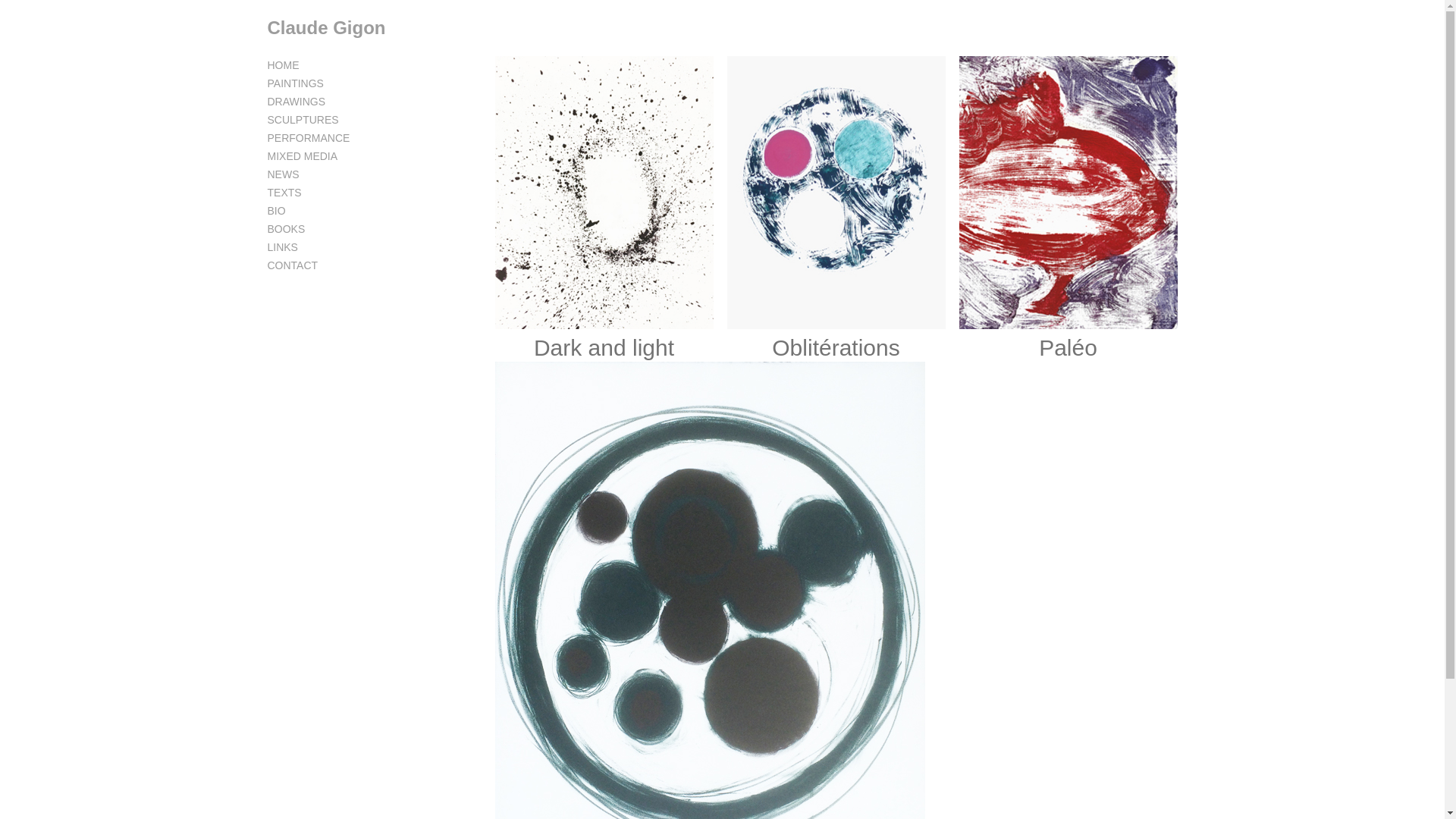 The image size is (1456, 819). Describe the element at coordinates (281, 246) in the screenshot. I see `'LINKS'` at that location.